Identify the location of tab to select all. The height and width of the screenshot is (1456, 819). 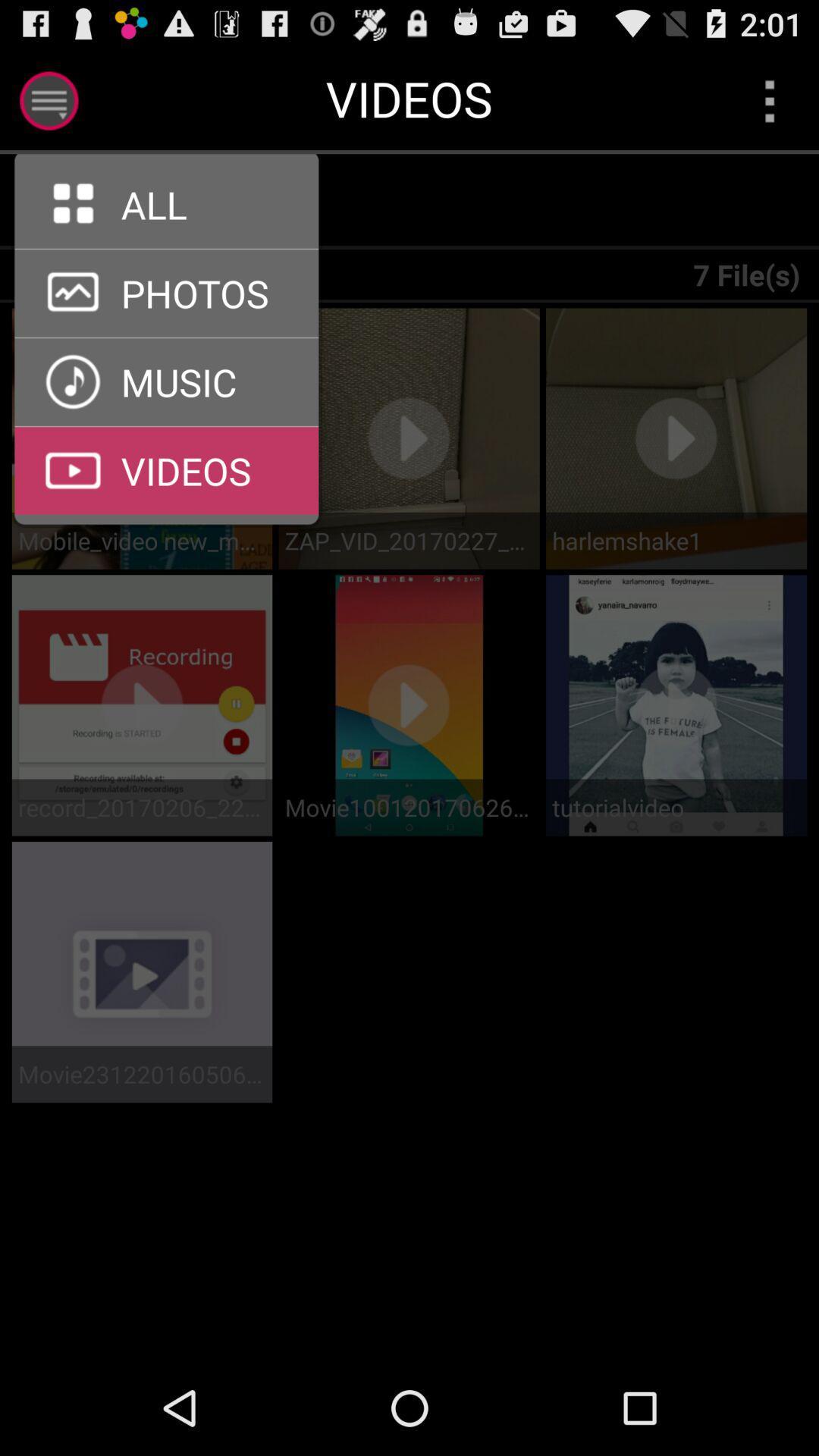
(175, 201).